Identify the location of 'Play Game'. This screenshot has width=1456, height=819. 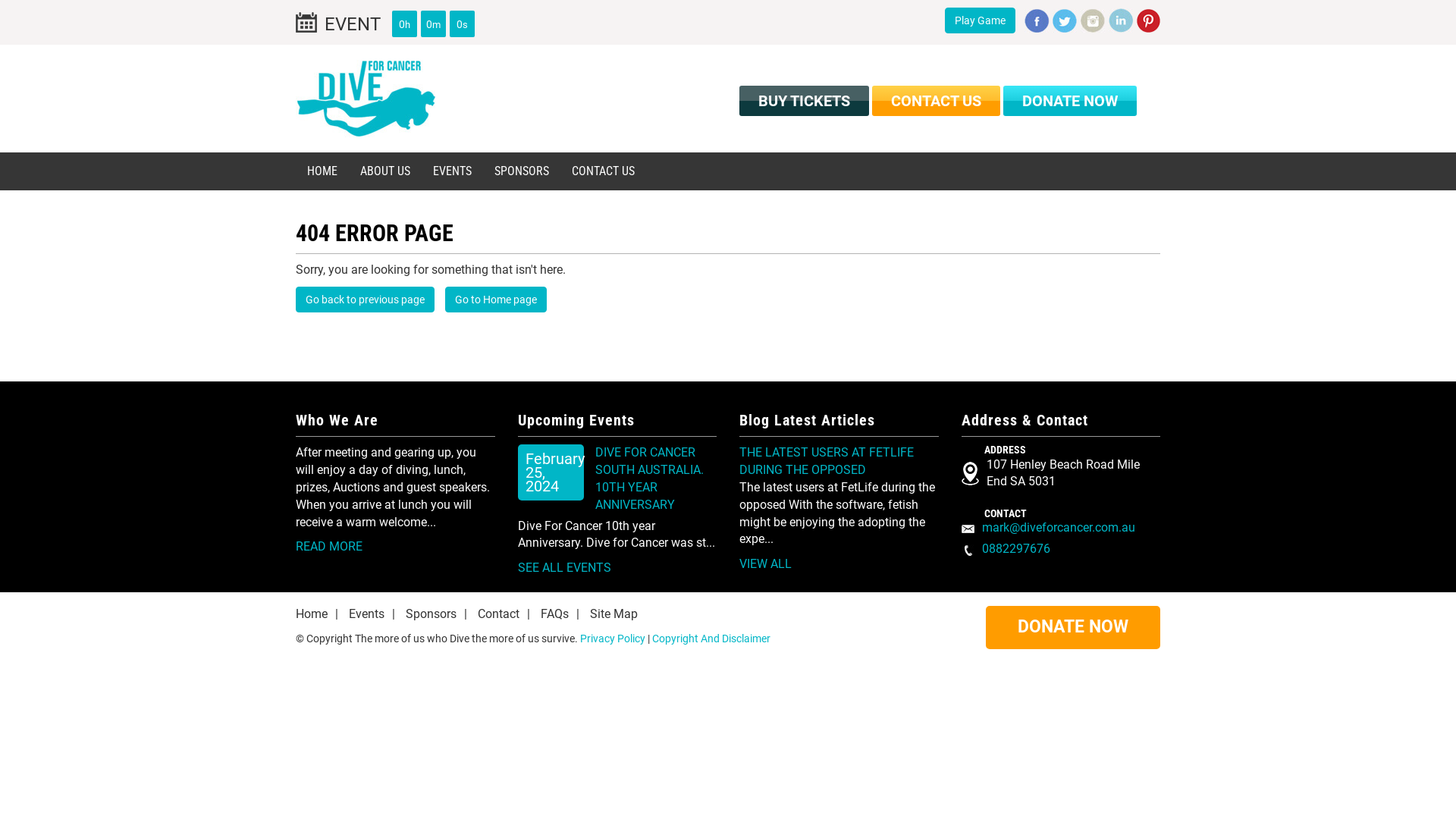
(980, 20).